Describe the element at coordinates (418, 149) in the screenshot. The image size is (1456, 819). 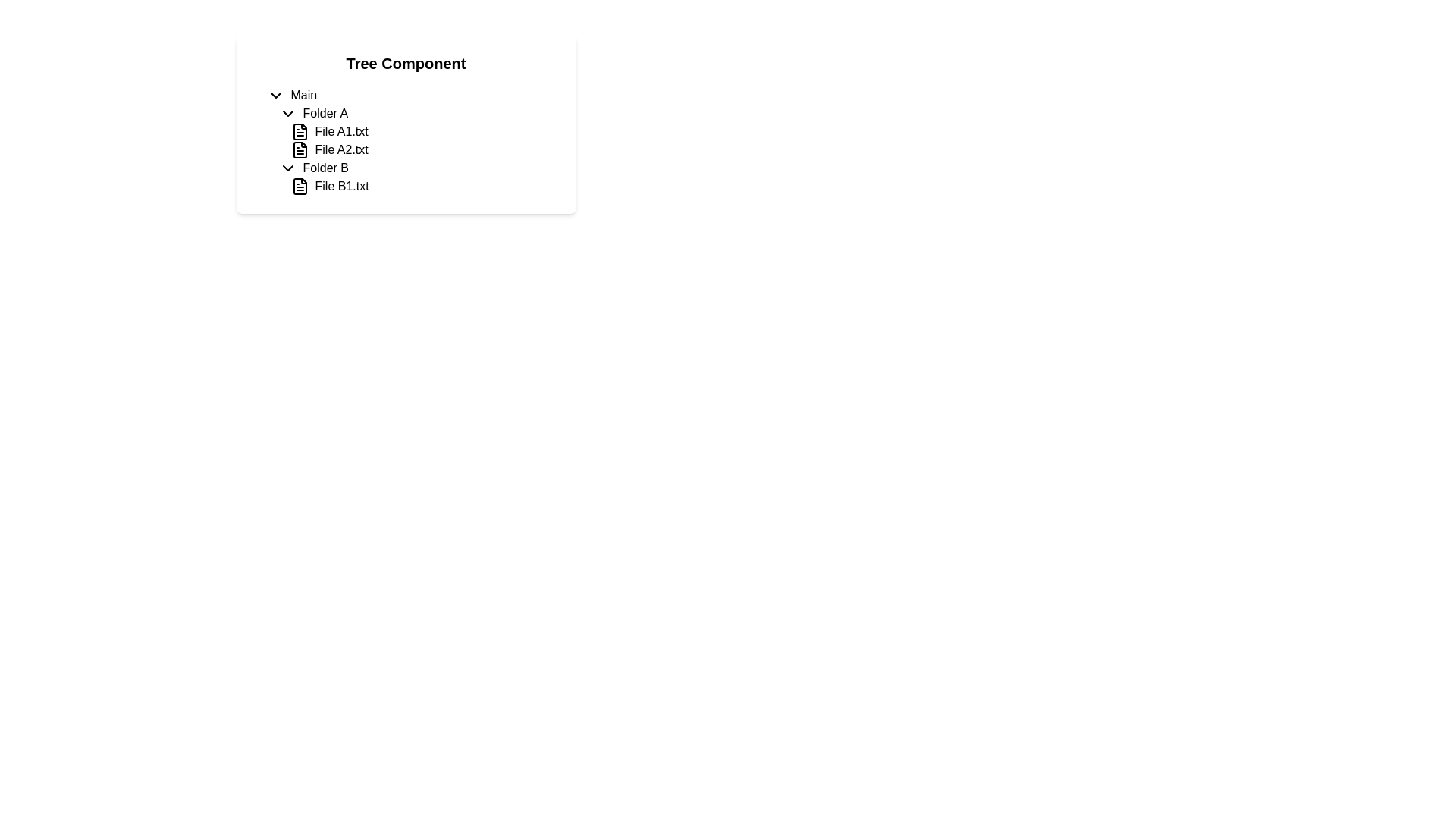
I see `to select the file entry labeled 'File A2.txt' located under 'Folder A' as the second item in the list` at that location.